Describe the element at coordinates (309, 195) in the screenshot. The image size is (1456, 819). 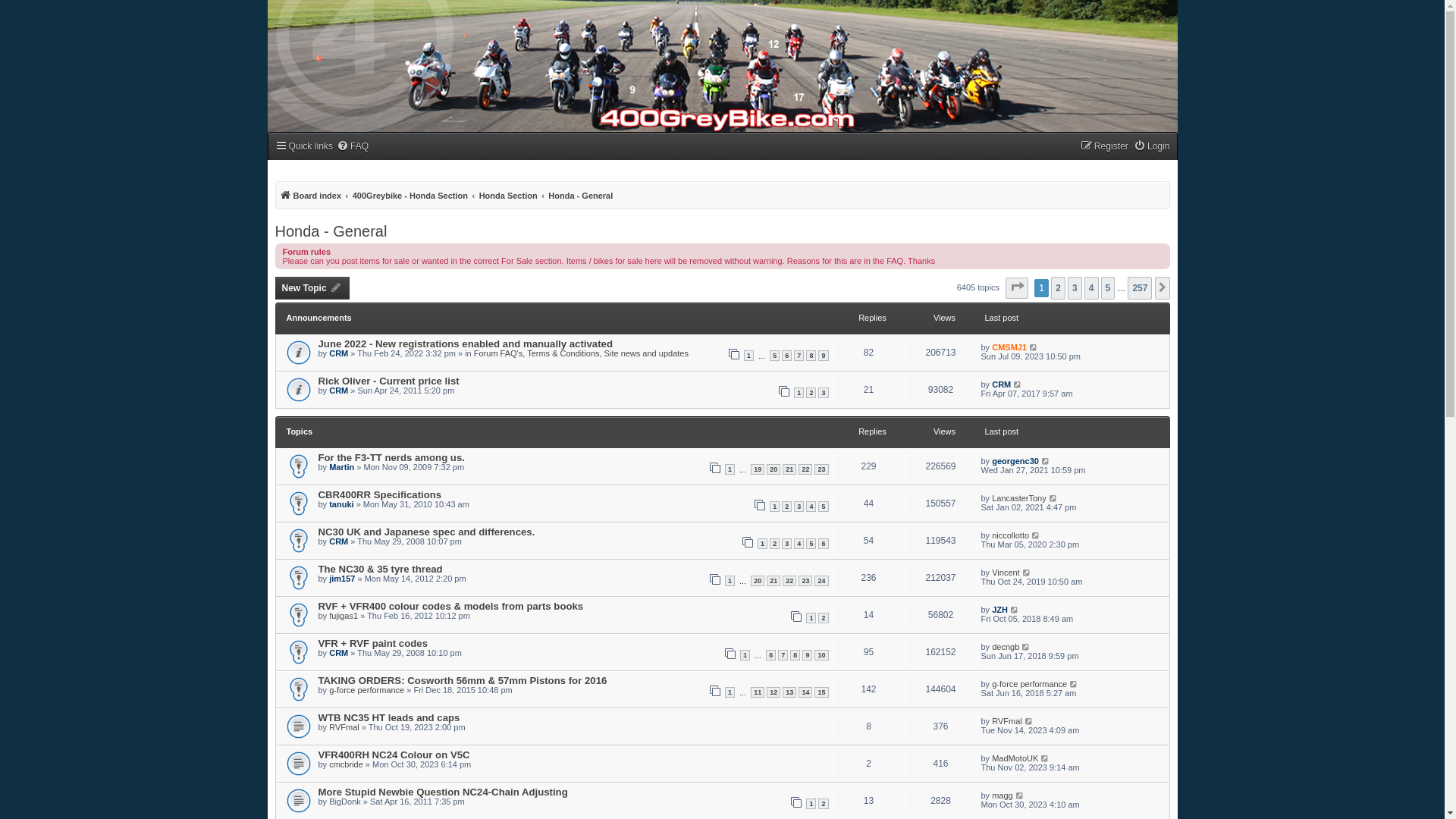
I see `'Board index'` at that location.